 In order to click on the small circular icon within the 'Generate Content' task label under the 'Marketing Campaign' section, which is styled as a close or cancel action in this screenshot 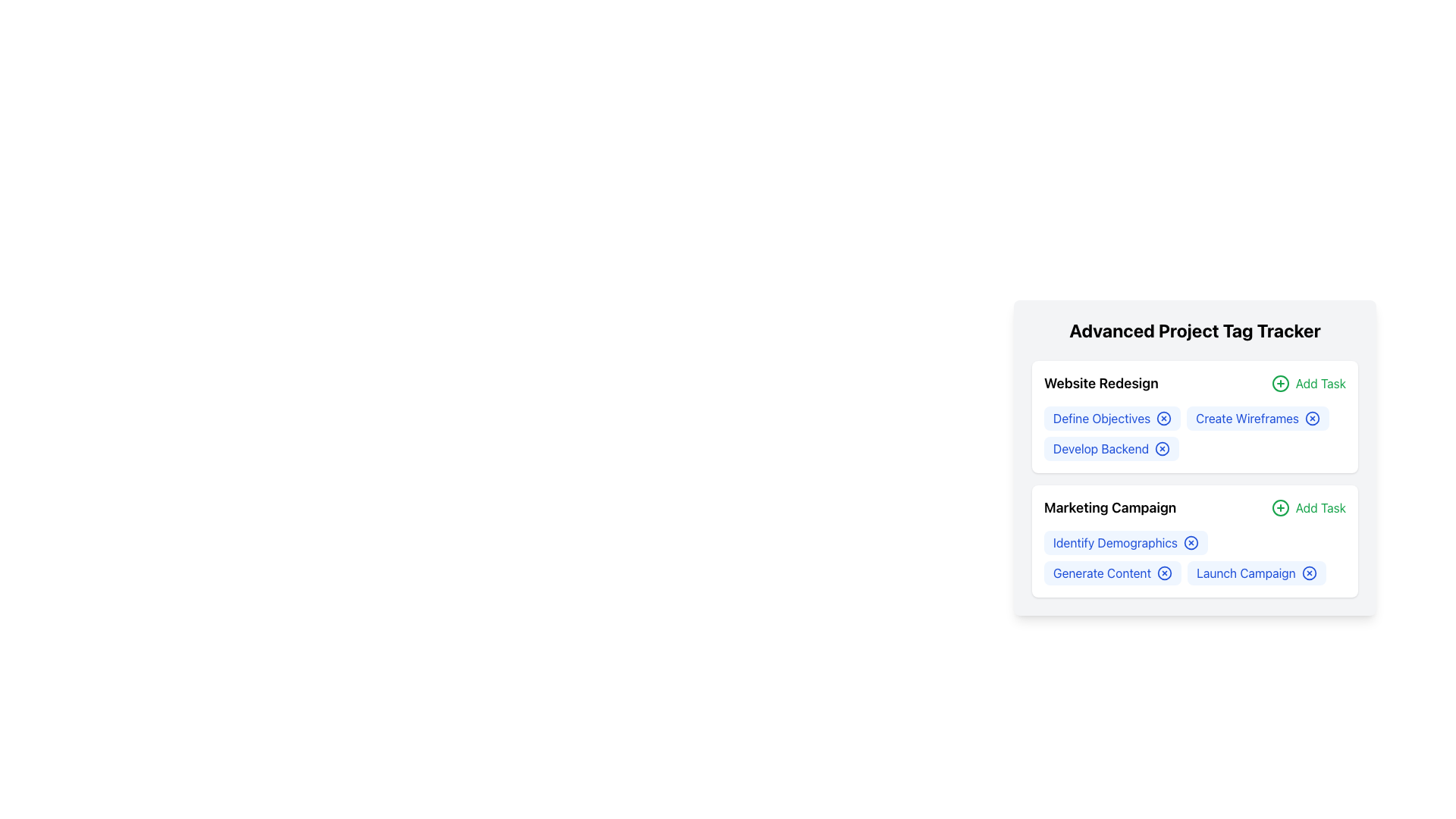, I will do `click(1164, 573)`.